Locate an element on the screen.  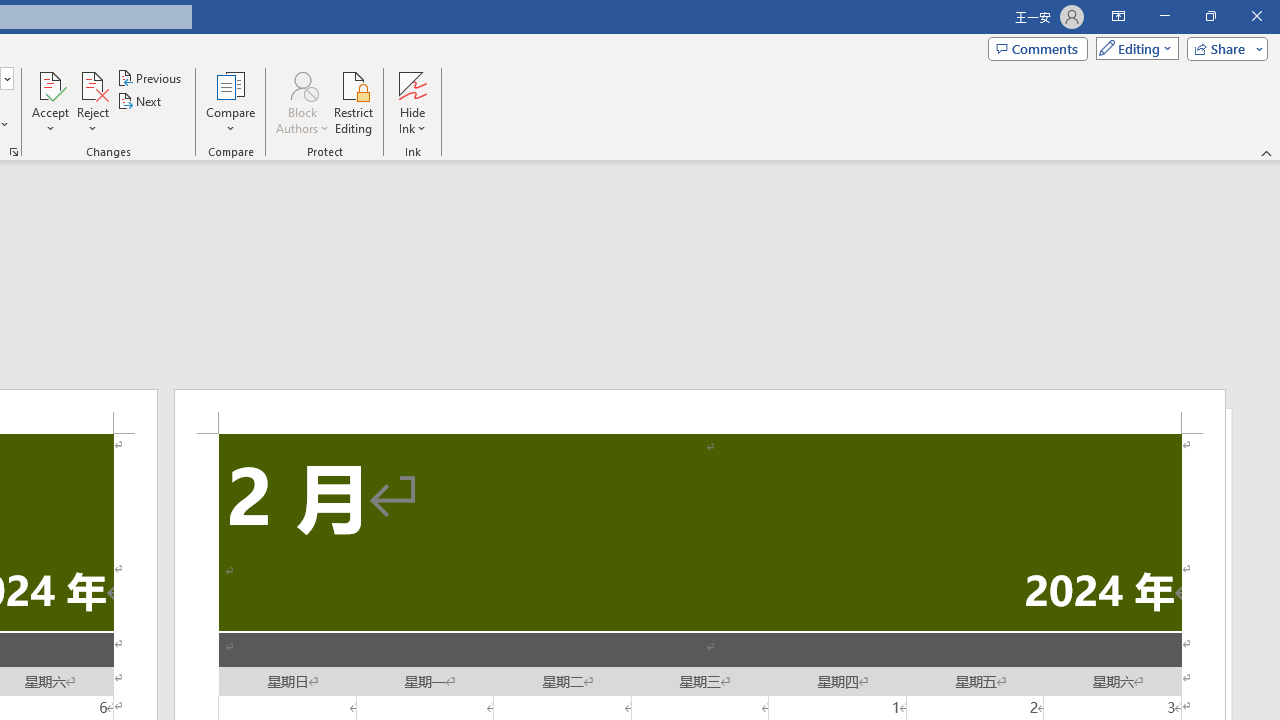
'Next' is located at coordinates (139, 101).